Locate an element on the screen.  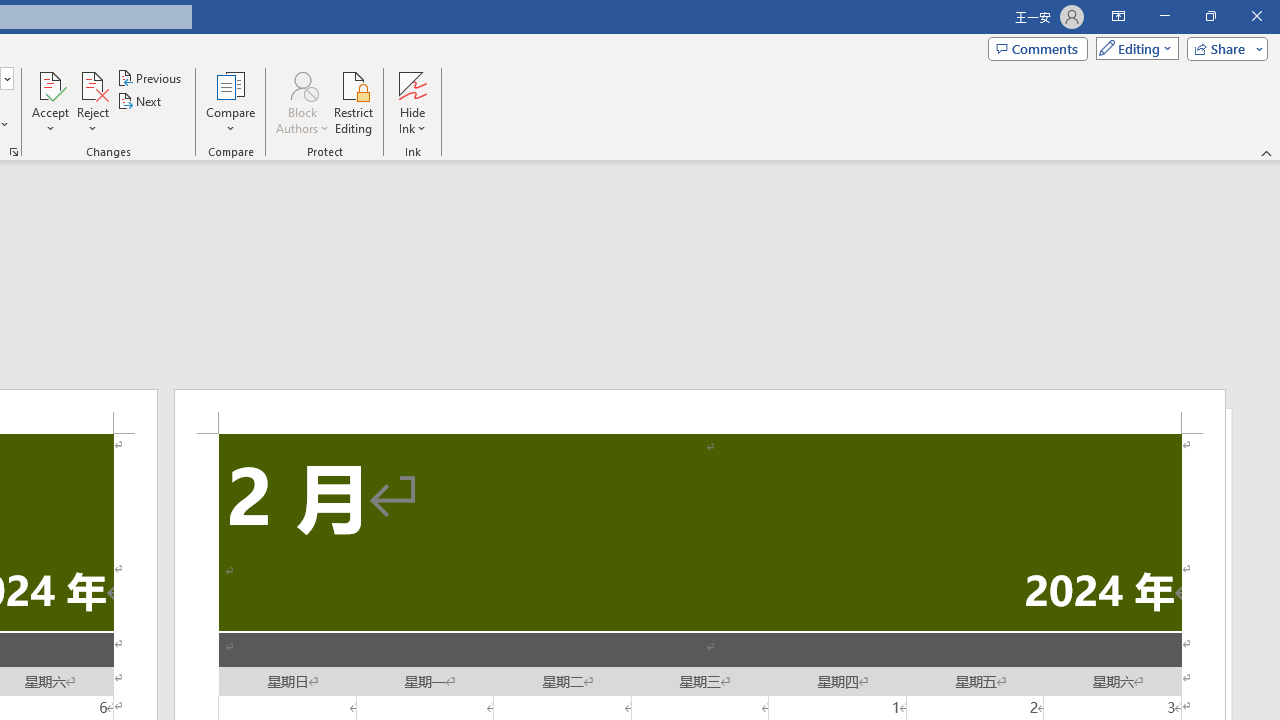
'Next' is located at coordinates (139, 101).